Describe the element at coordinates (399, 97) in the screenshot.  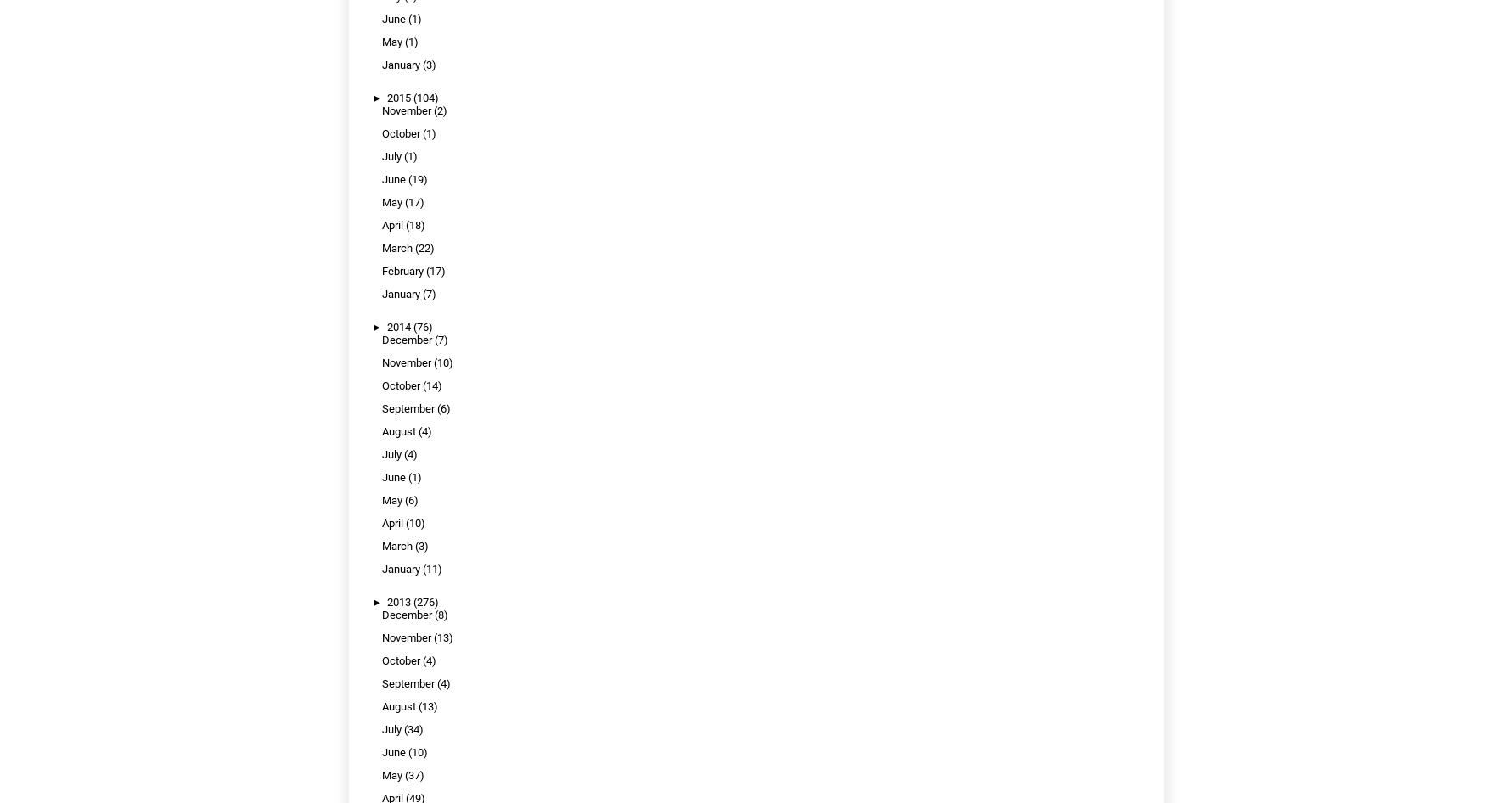
I see `'2015'` at that location.